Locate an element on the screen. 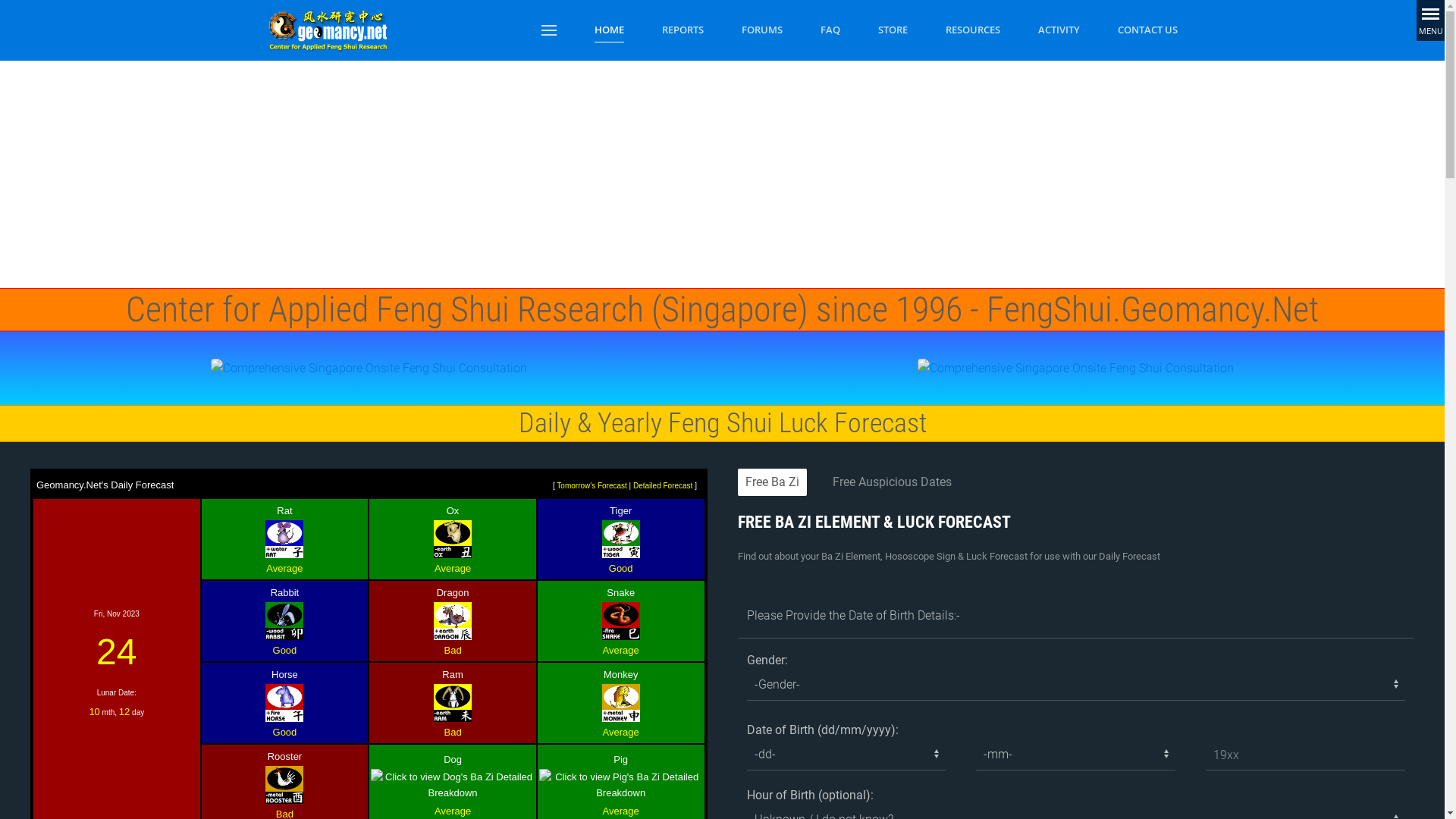  'Free Ba Zi' is located at coordinates (771, 482).